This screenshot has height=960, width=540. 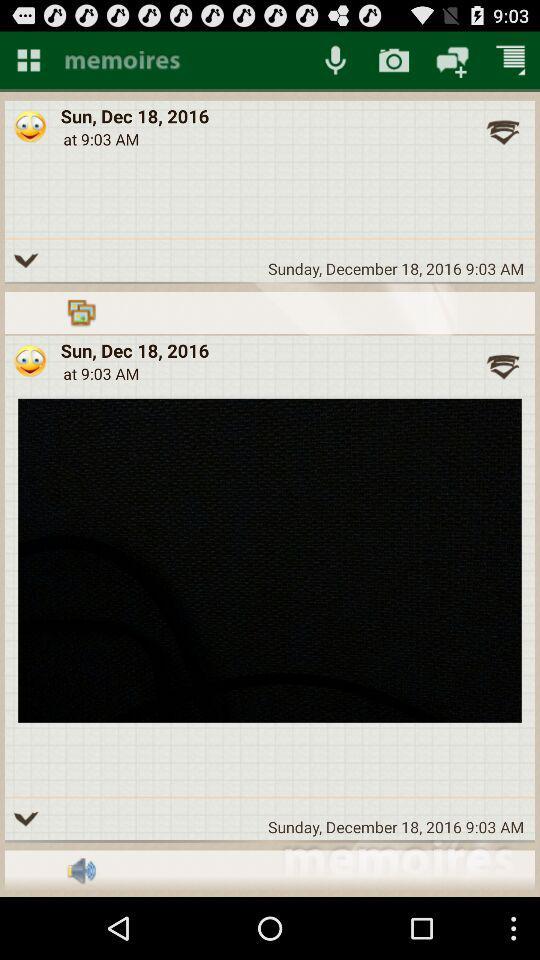 I want to click on the photo icon, so click(x=394, y=64).